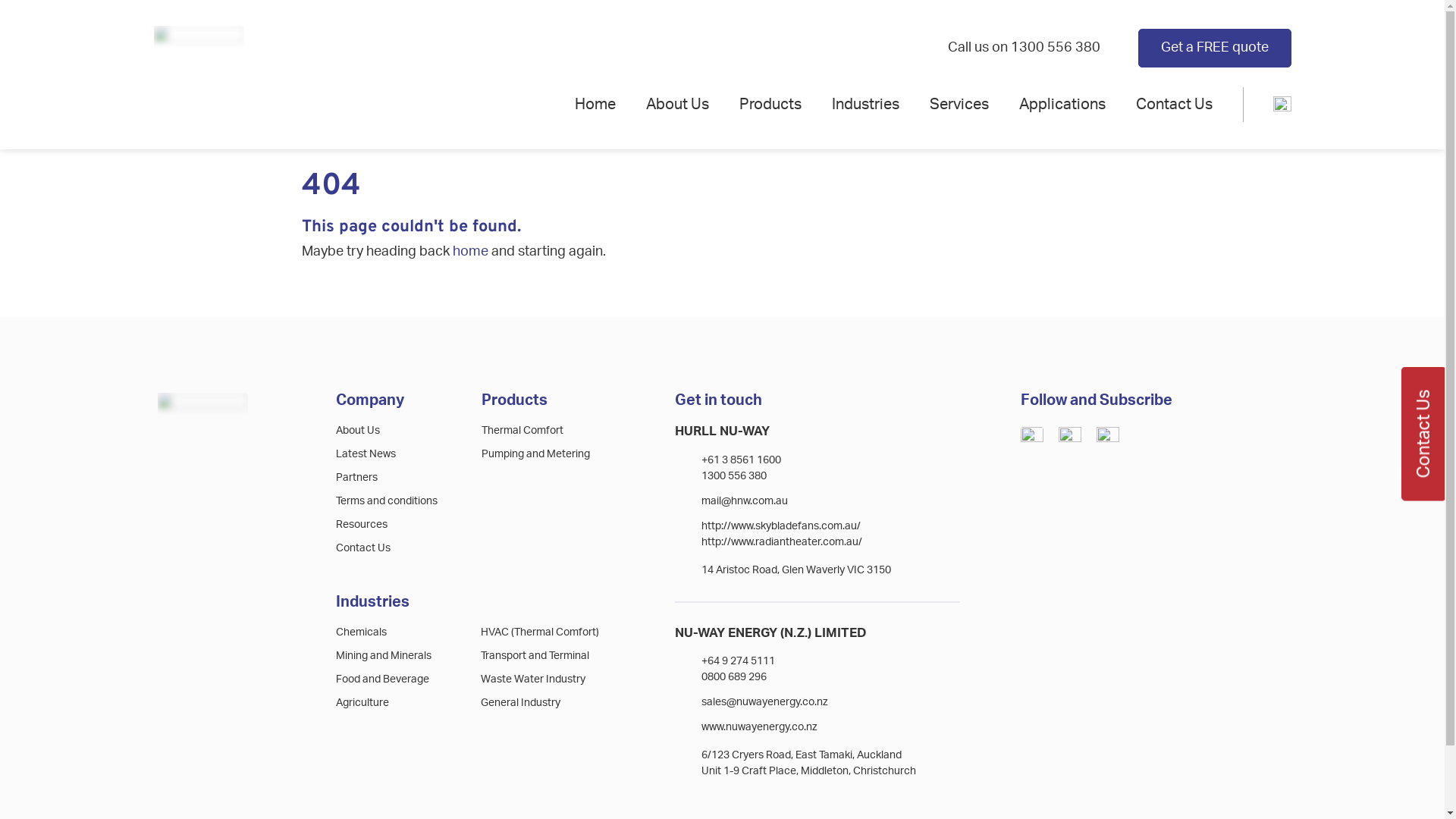  What do you see at coordinates (522, 430) in the screenshot?
I see `'Thermal Comfort'` at bounding box center [522, 430].